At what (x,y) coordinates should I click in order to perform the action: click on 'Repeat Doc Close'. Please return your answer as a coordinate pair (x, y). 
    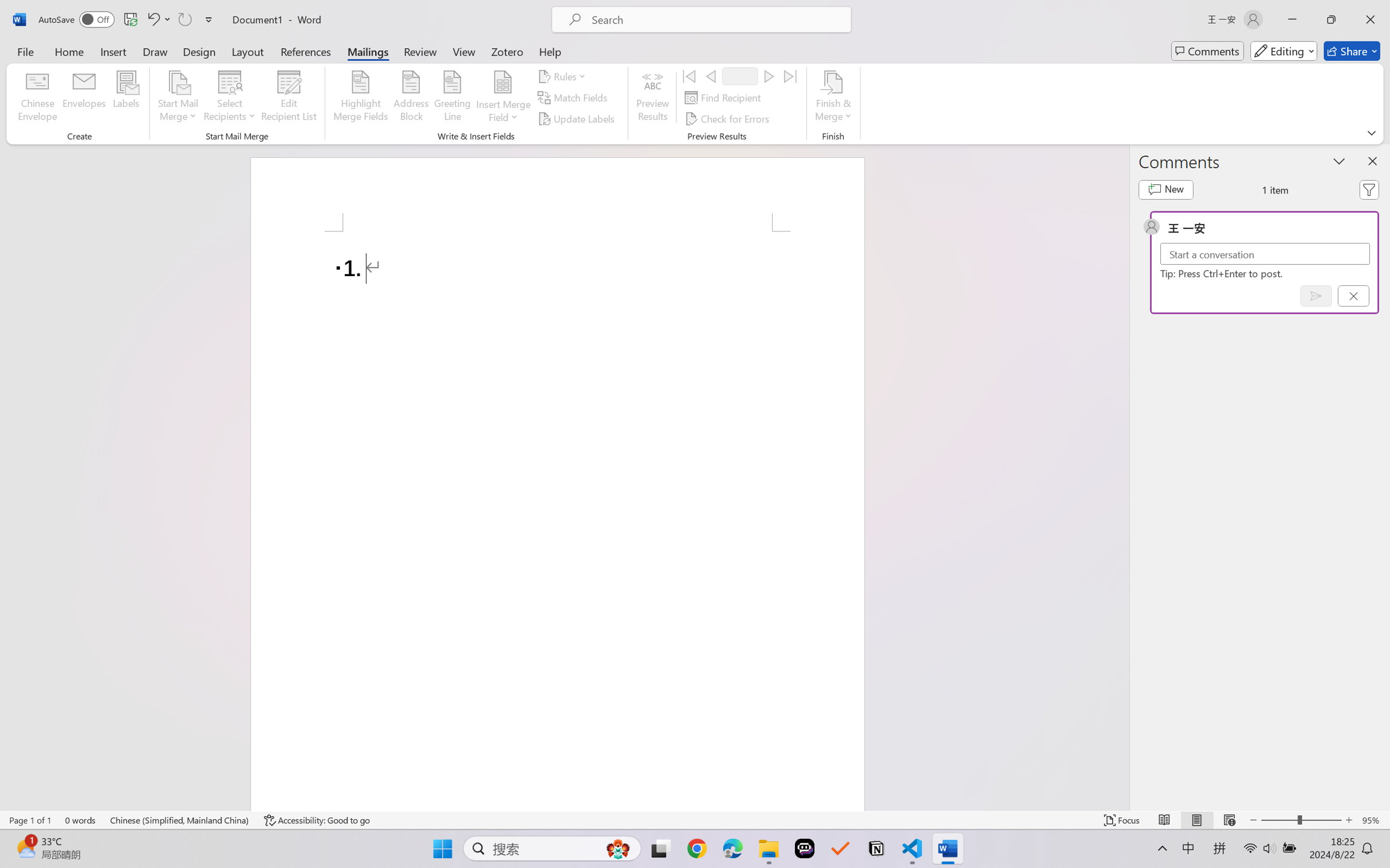
    Looking at the image, I should click on (184, 19).